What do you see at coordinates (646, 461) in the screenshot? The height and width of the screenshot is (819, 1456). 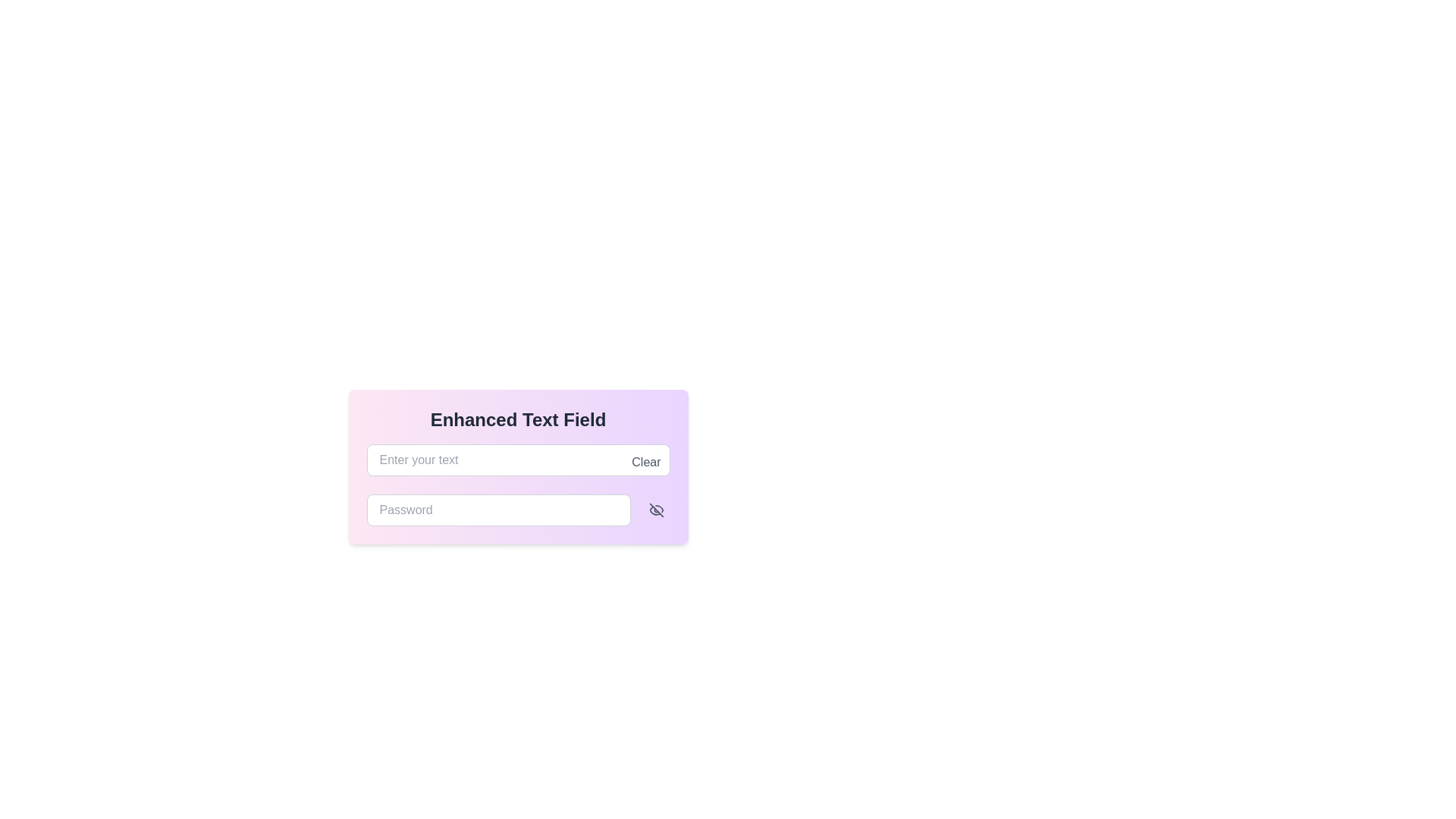 I see `the 'Clear' button, which is a small gray text label located at the top-right corner inside the text entry field` at bounding box center [646, 461].